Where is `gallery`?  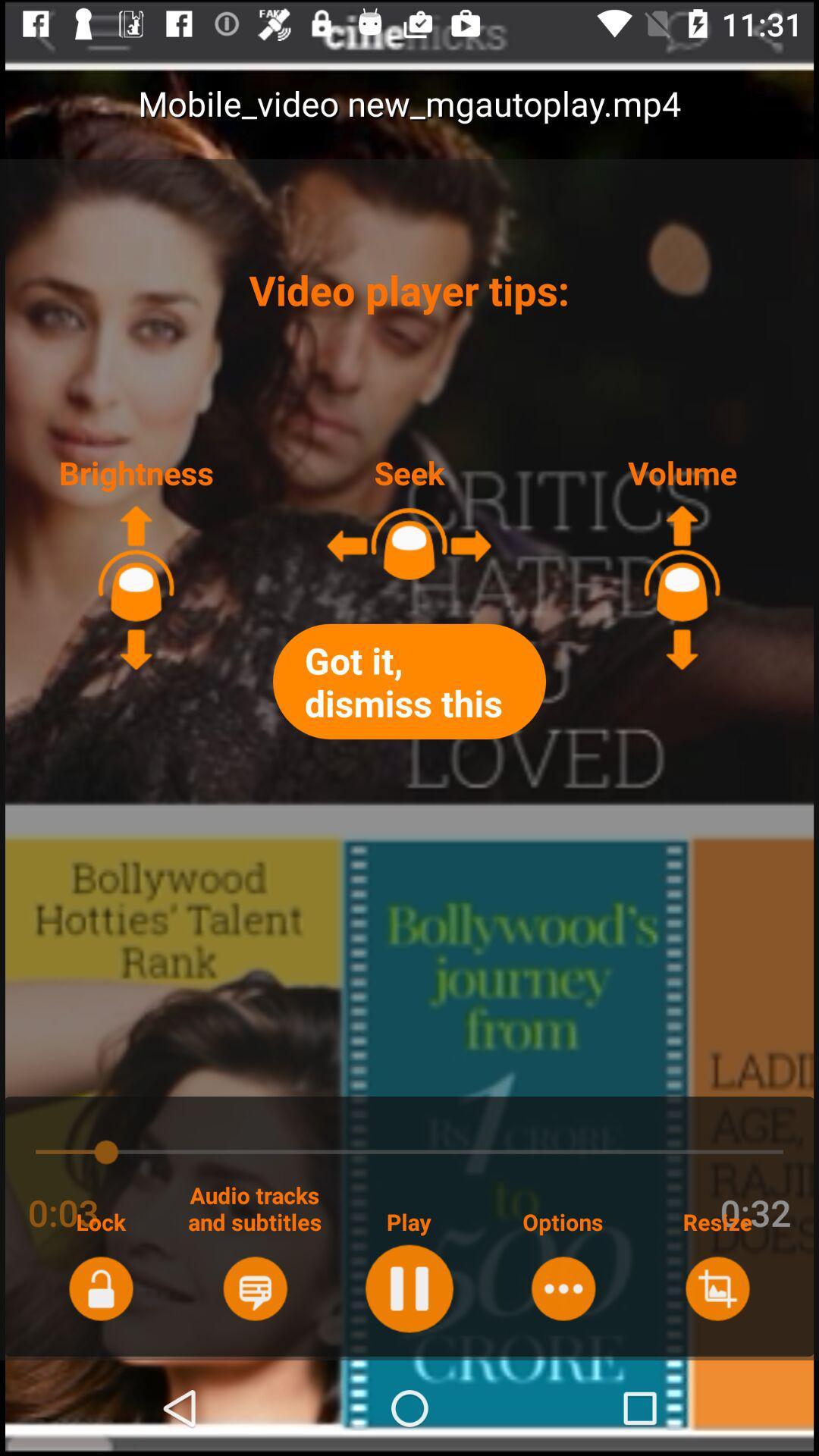
gallery is located at coordinates (717, 1288).